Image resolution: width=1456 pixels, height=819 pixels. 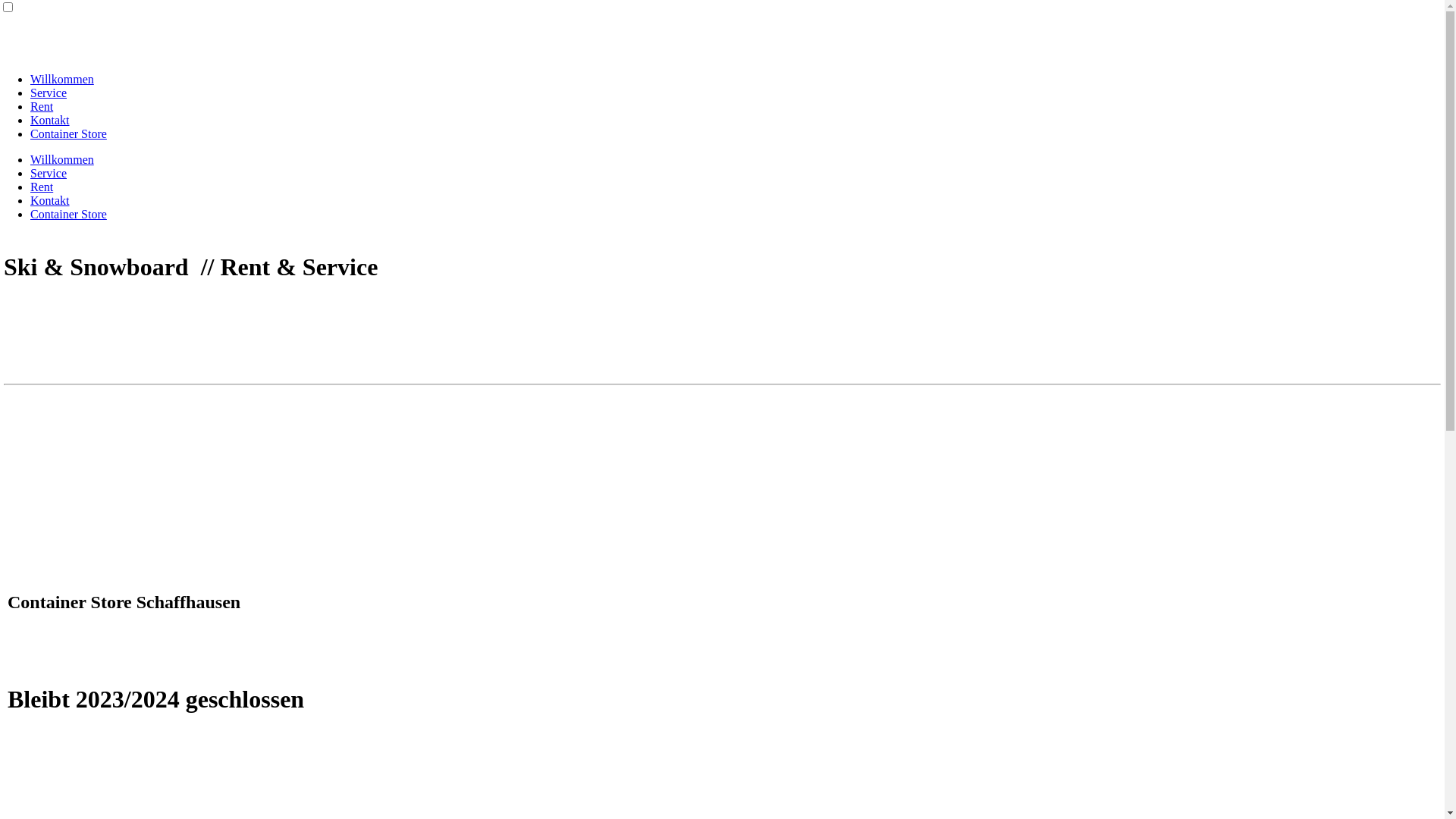 What do you see at coordinates (50, 119) in the screenshot?
I see `'Kontakt'` at bounding box center [50, 119].